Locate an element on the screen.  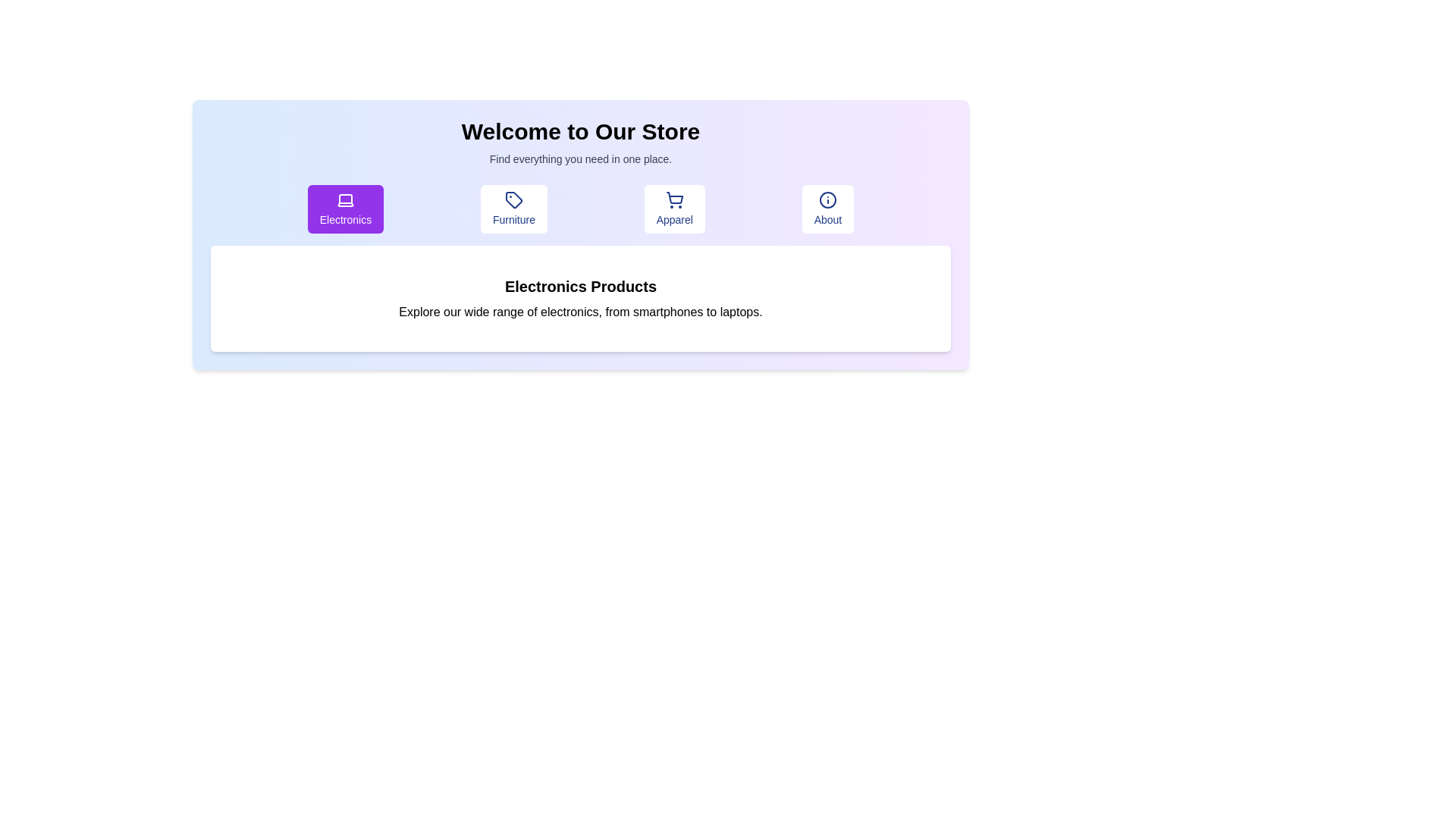
'Furniture' text label, which is styled in a small blue font and located at the bottom of a card under the header 'Welcome to Our Store' is located at coordinates (513, 219).